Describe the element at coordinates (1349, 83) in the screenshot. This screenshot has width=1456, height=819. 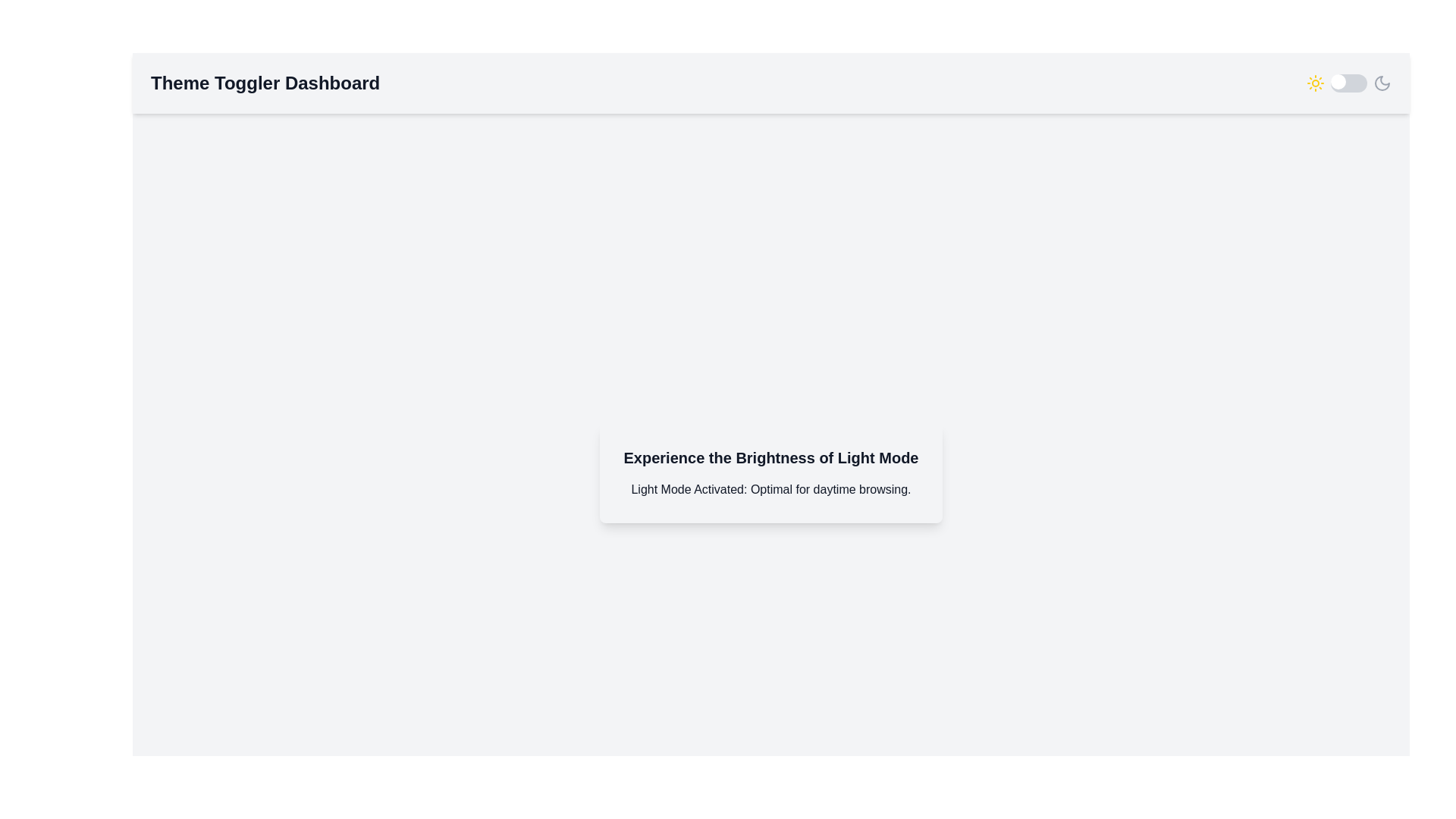
I see `the theme toggle switch located at the top-right corner of the interface, positioned between the sun and moon icons, to change the theme` at that location.